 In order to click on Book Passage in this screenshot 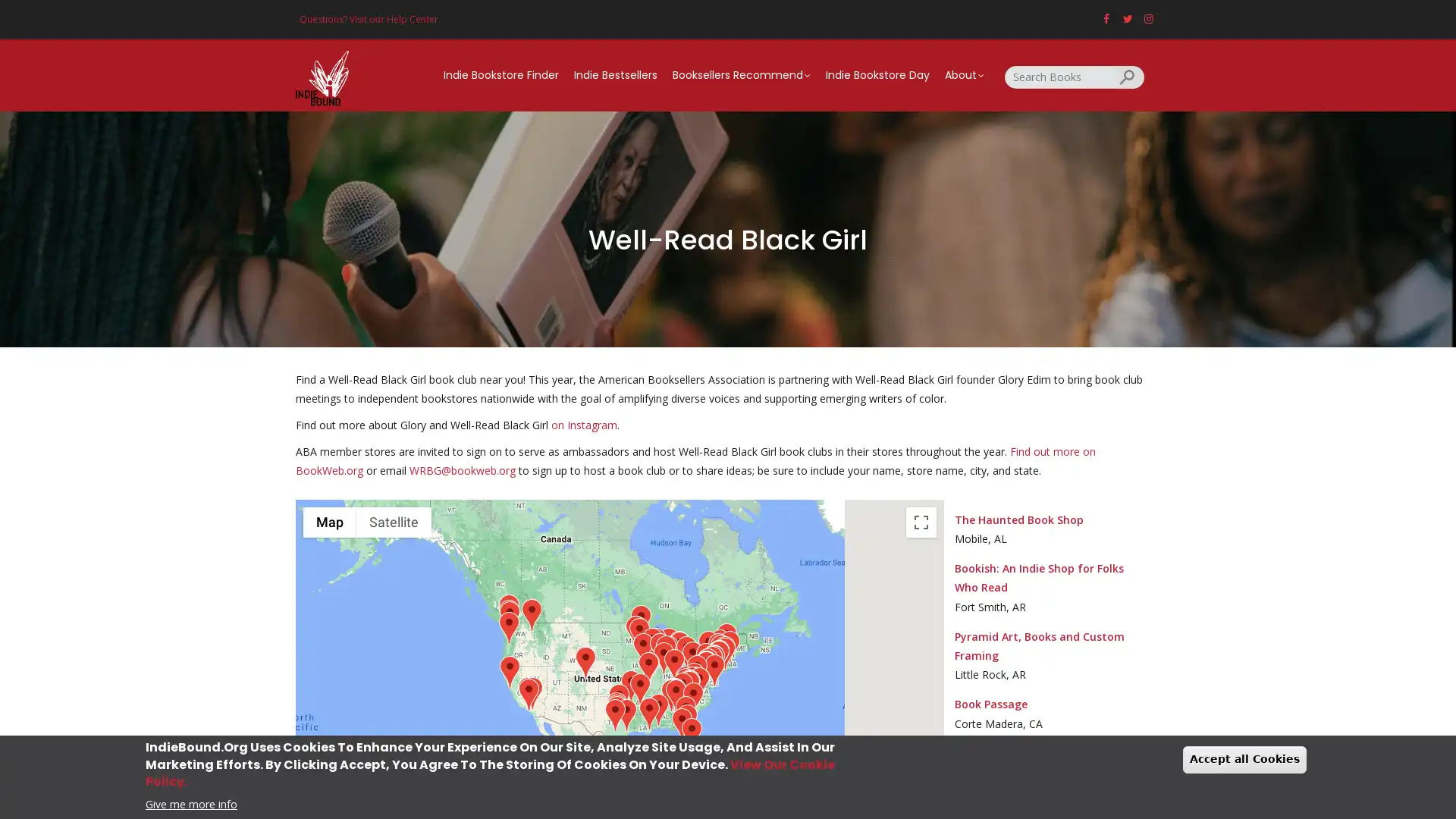, I will do `click(509, 670)`.